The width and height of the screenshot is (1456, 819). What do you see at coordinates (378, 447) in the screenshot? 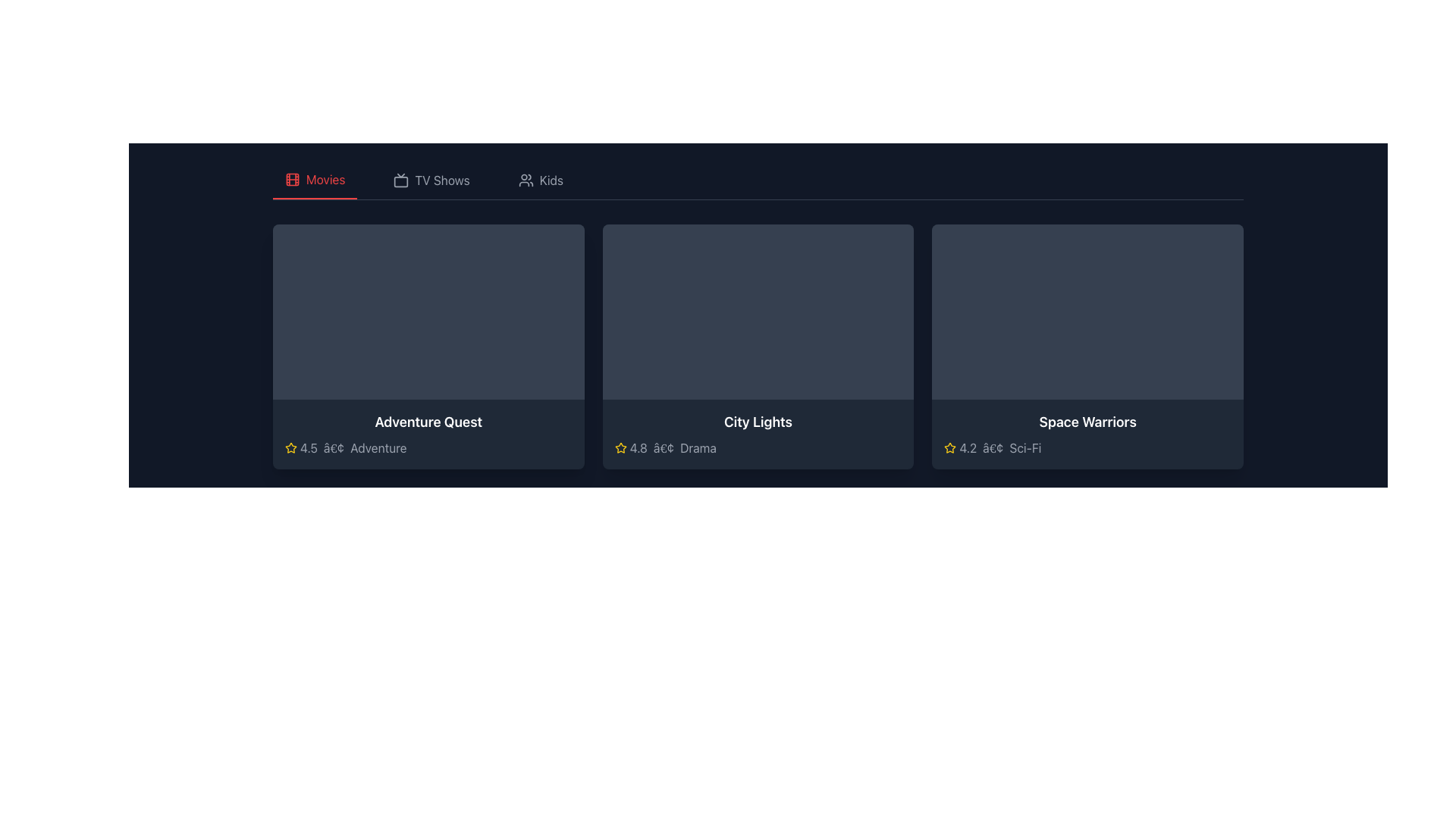
I see `the text label displaying 'Adventure', which is styled in medium-light gray against a dark background, located beneath the title 'Adventure Quest' in a movie card layout` at bounding box center [378, 447].